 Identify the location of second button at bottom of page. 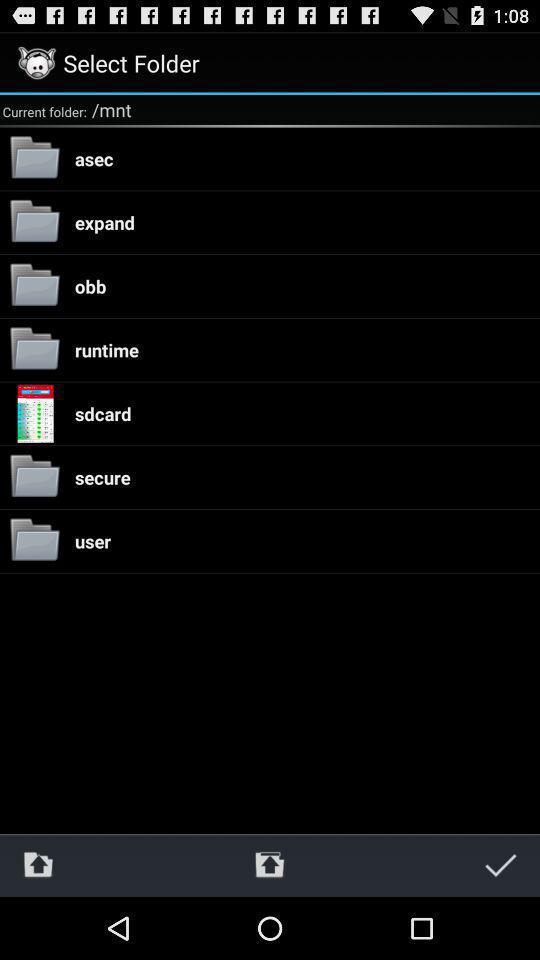
(269, 864).